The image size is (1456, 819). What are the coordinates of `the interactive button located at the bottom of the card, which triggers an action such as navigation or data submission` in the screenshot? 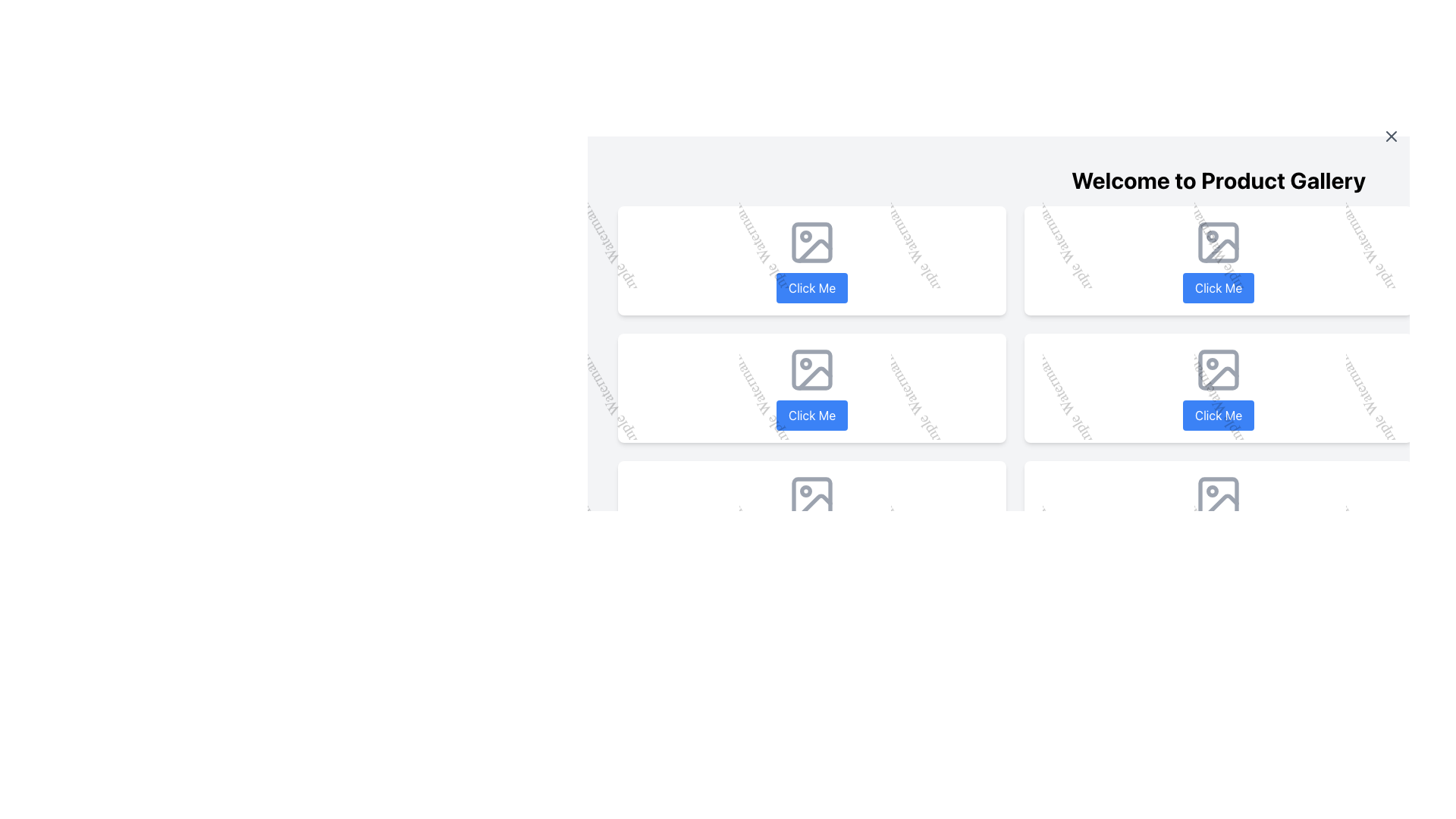 It's located at (811, 288).